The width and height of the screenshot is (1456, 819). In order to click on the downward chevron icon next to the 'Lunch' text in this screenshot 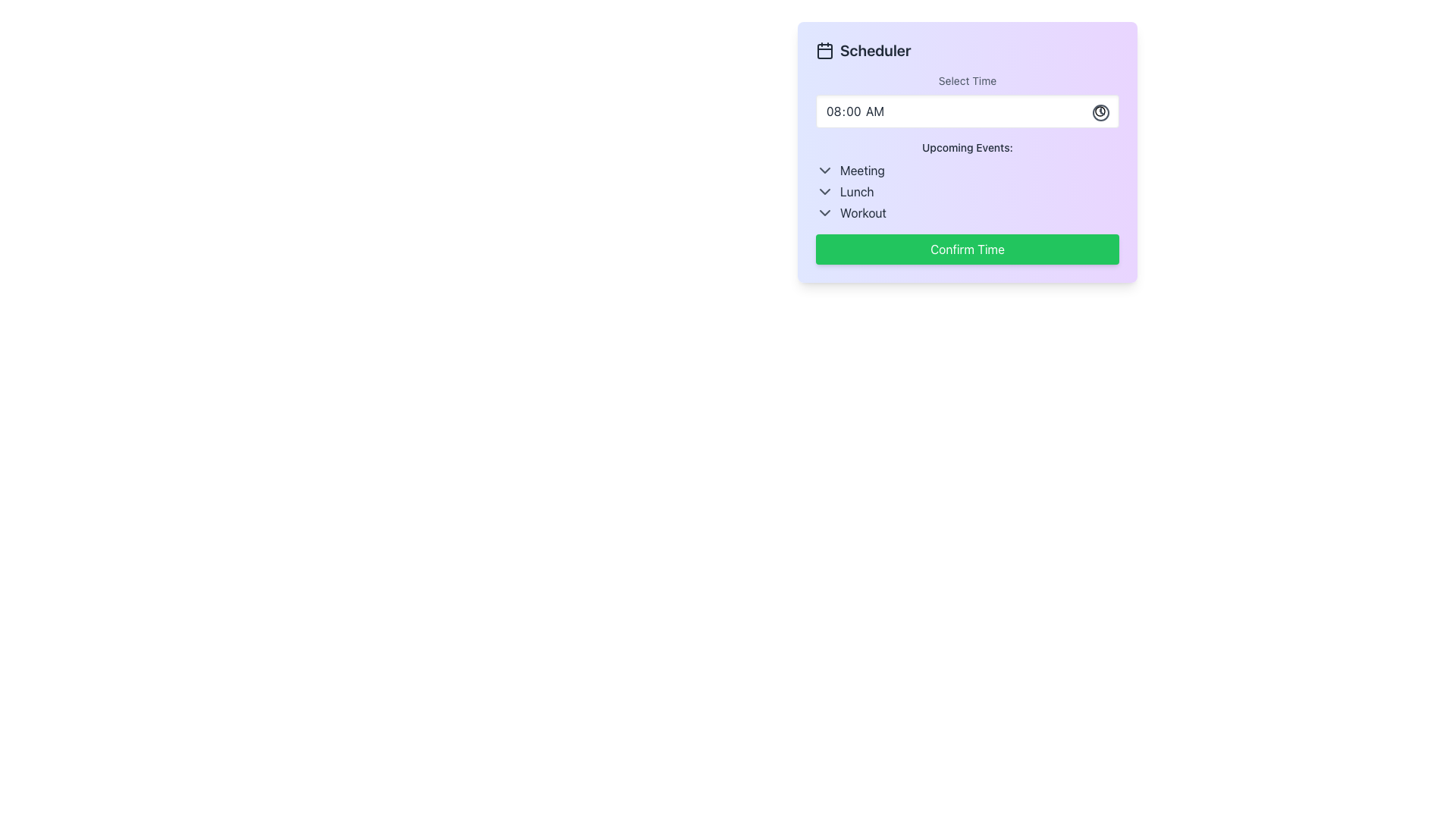, I will do `click(824, 191)`.